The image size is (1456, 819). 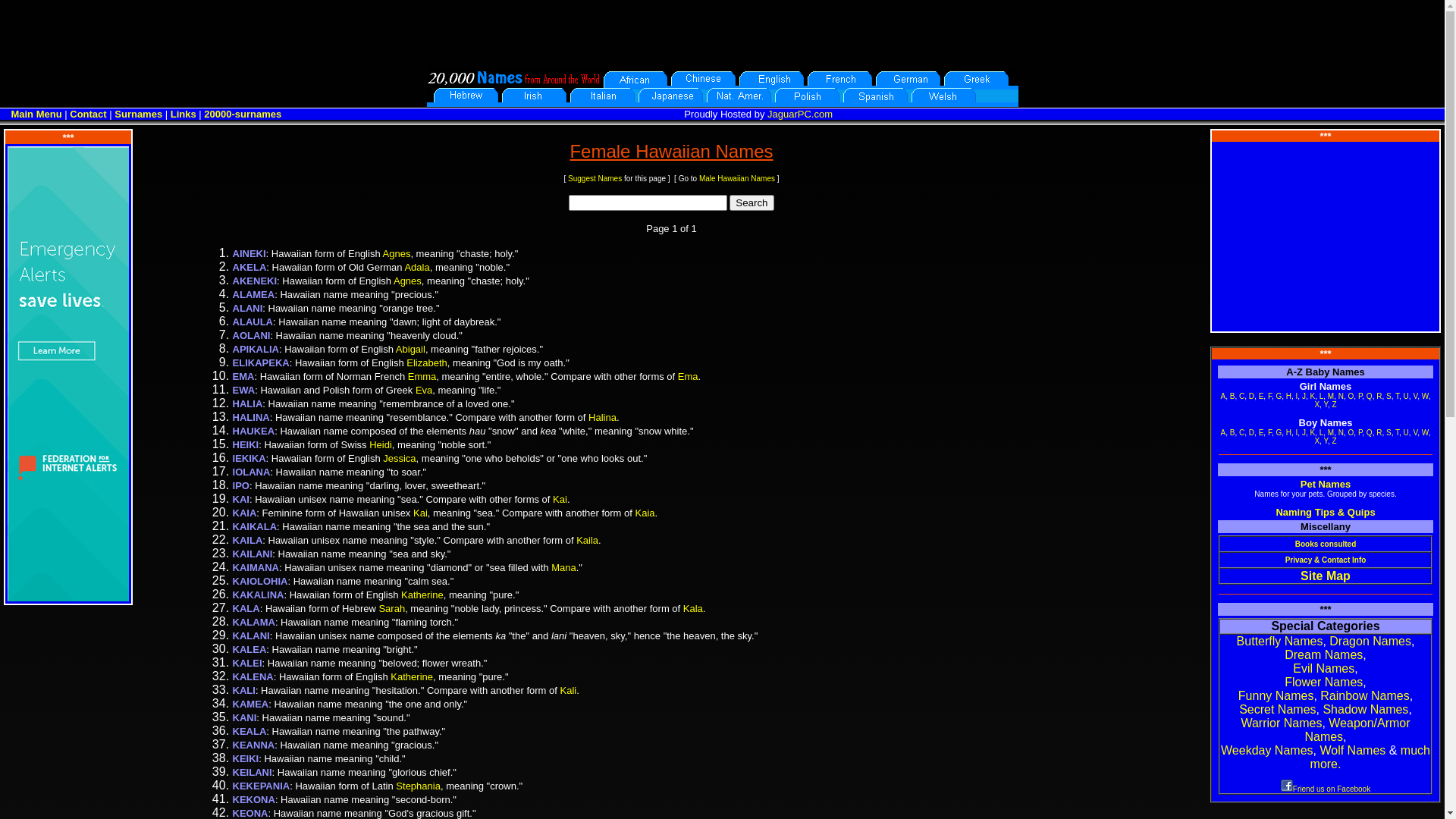 I want to click on 'Advertisement', so click(x=1324, y=237).